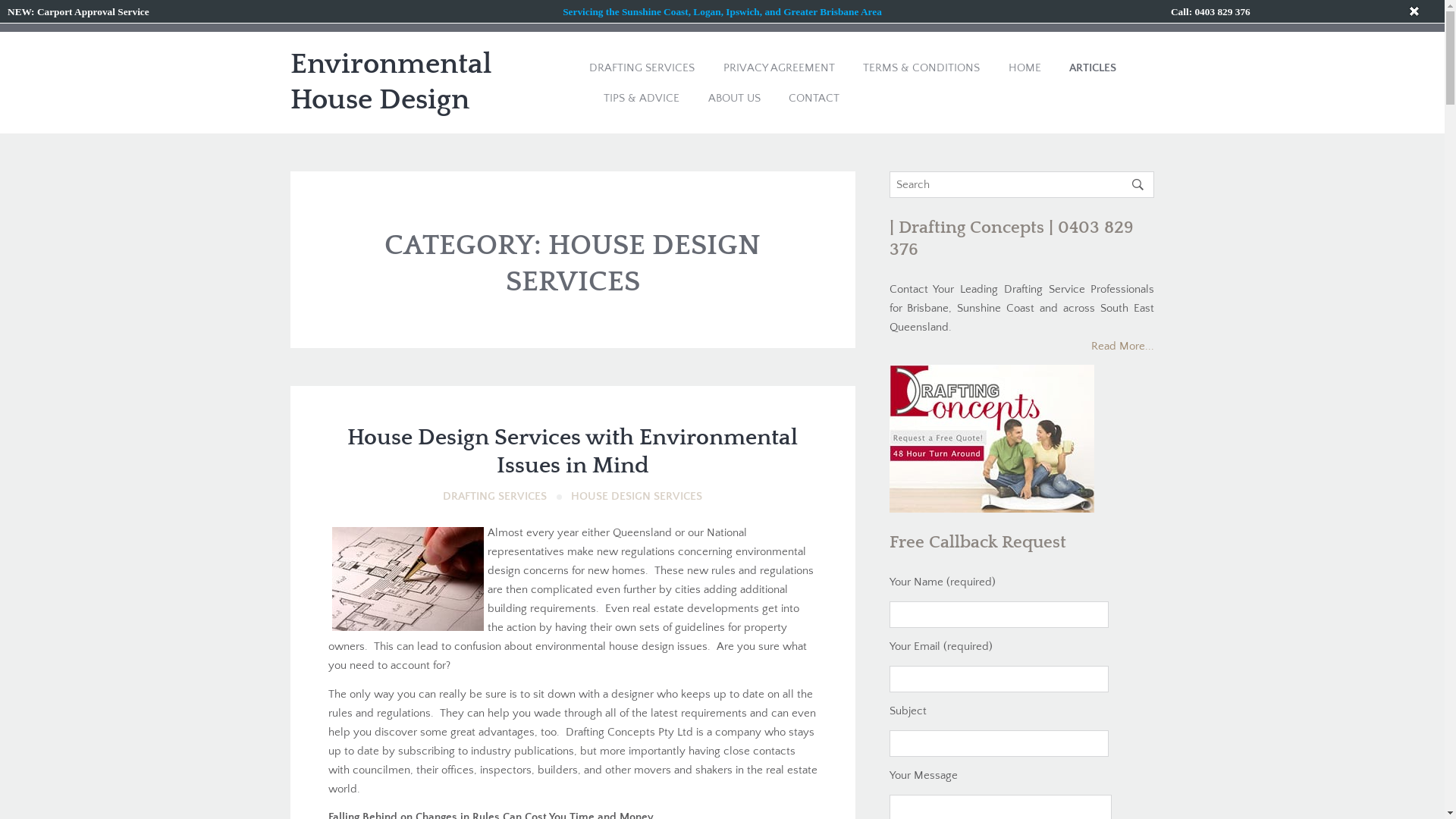 This screenshot has height=819, width=1456. Describe the element at coordinates (331, 579) in the screenshot. I see `'276892_226738194015255_2110194_n'` at that location.